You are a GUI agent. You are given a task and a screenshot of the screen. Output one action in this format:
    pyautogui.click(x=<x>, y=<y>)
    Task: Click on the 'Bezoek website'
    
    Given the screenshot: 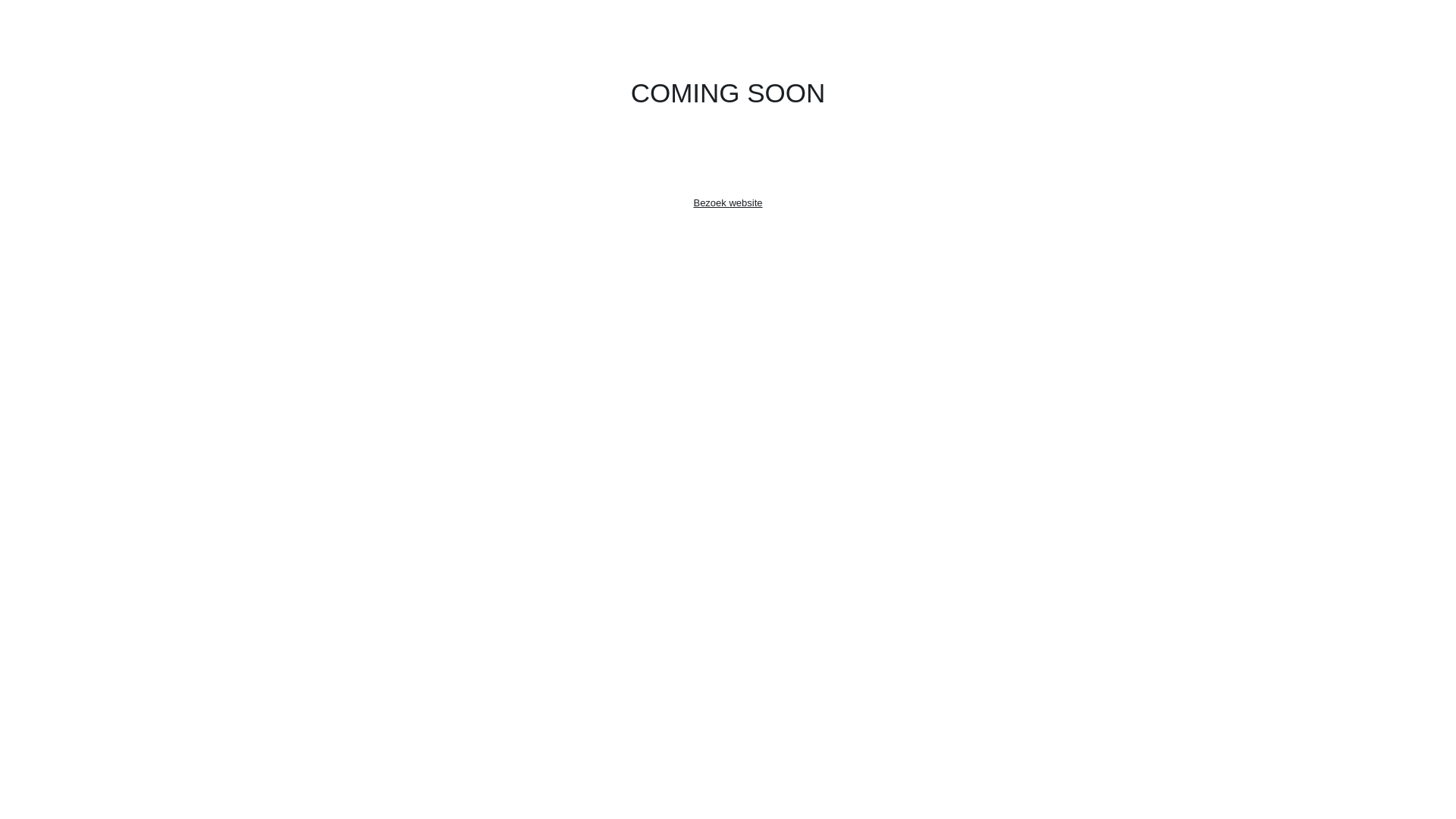 What is the action you would take?
    pyautogui.click(x=692, y=202)
    